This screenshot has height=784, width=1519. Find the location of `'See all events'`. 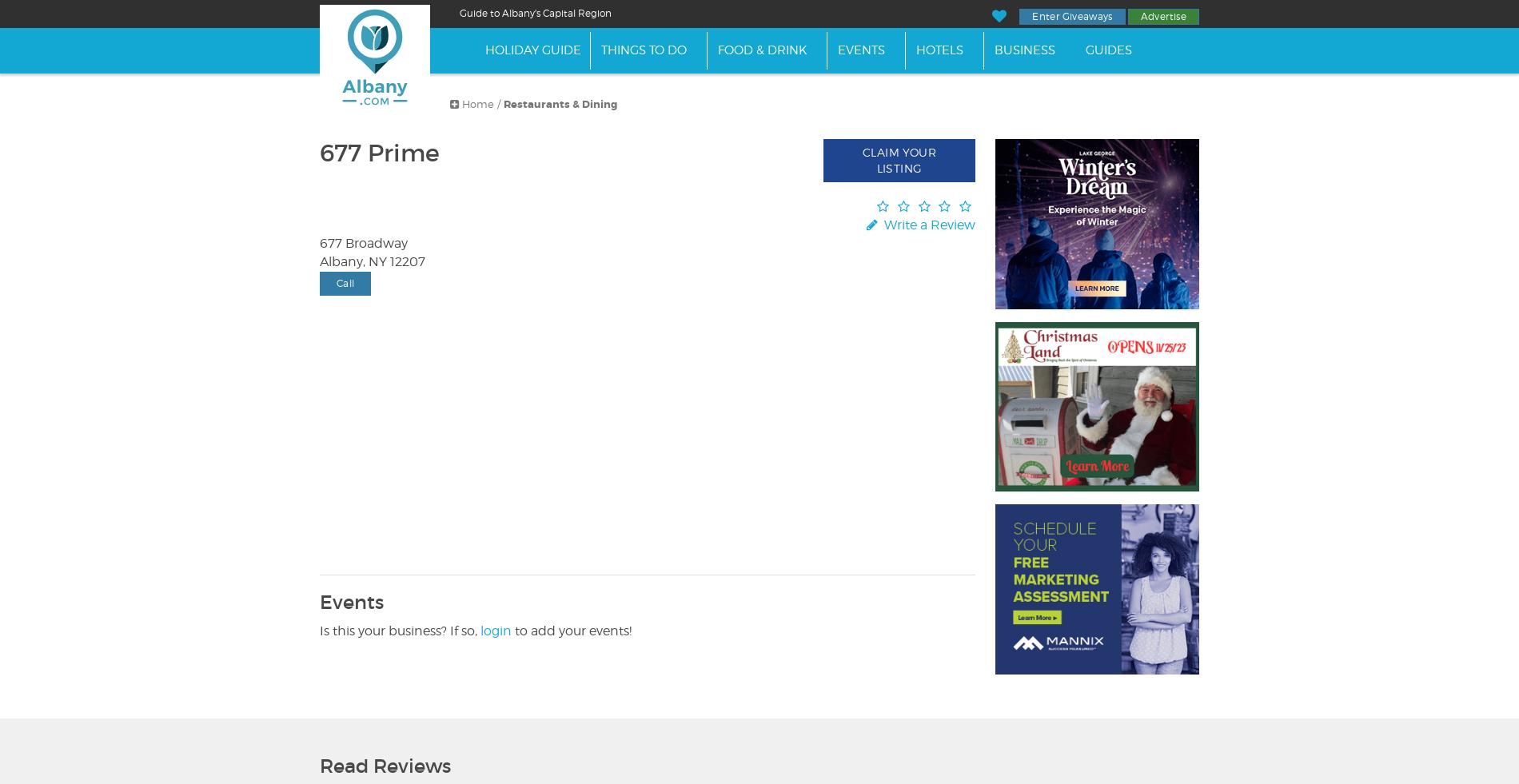

'See all events' is located at coordinates (365, 499).